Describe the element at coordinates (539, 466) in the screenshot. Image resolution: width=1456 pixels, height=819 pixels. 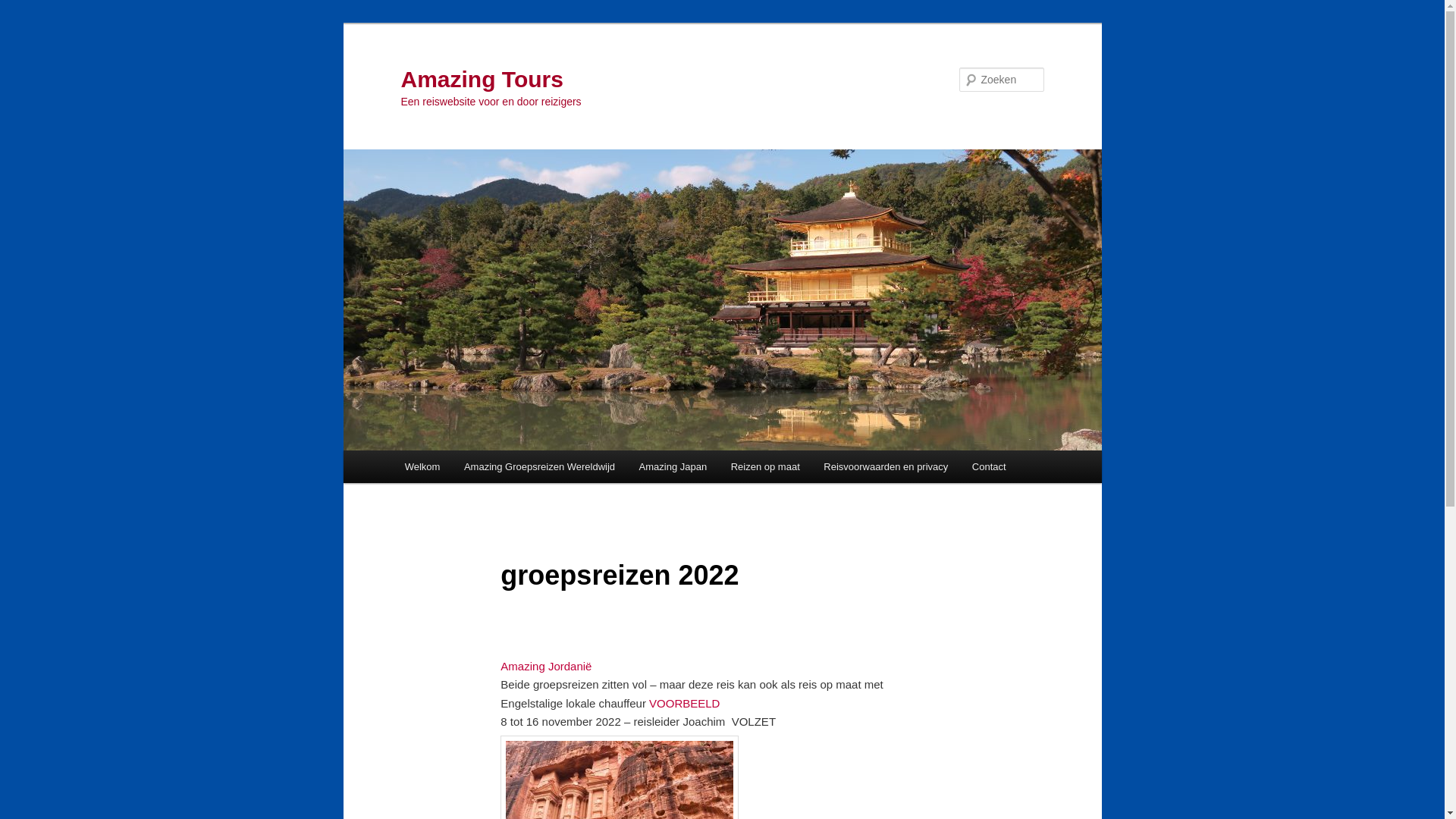
I see `'Amazing Groepsreizen Wereldwijd'` at that location.